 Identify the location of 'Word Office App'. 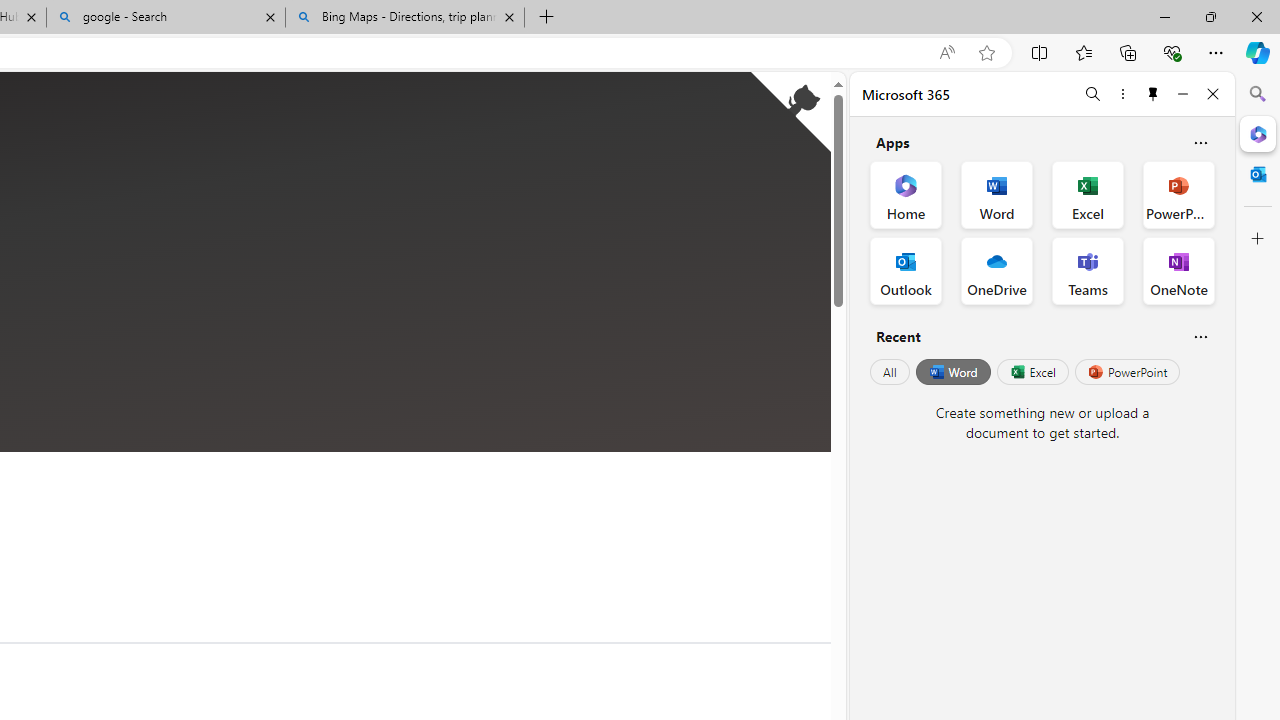
(997, 195).